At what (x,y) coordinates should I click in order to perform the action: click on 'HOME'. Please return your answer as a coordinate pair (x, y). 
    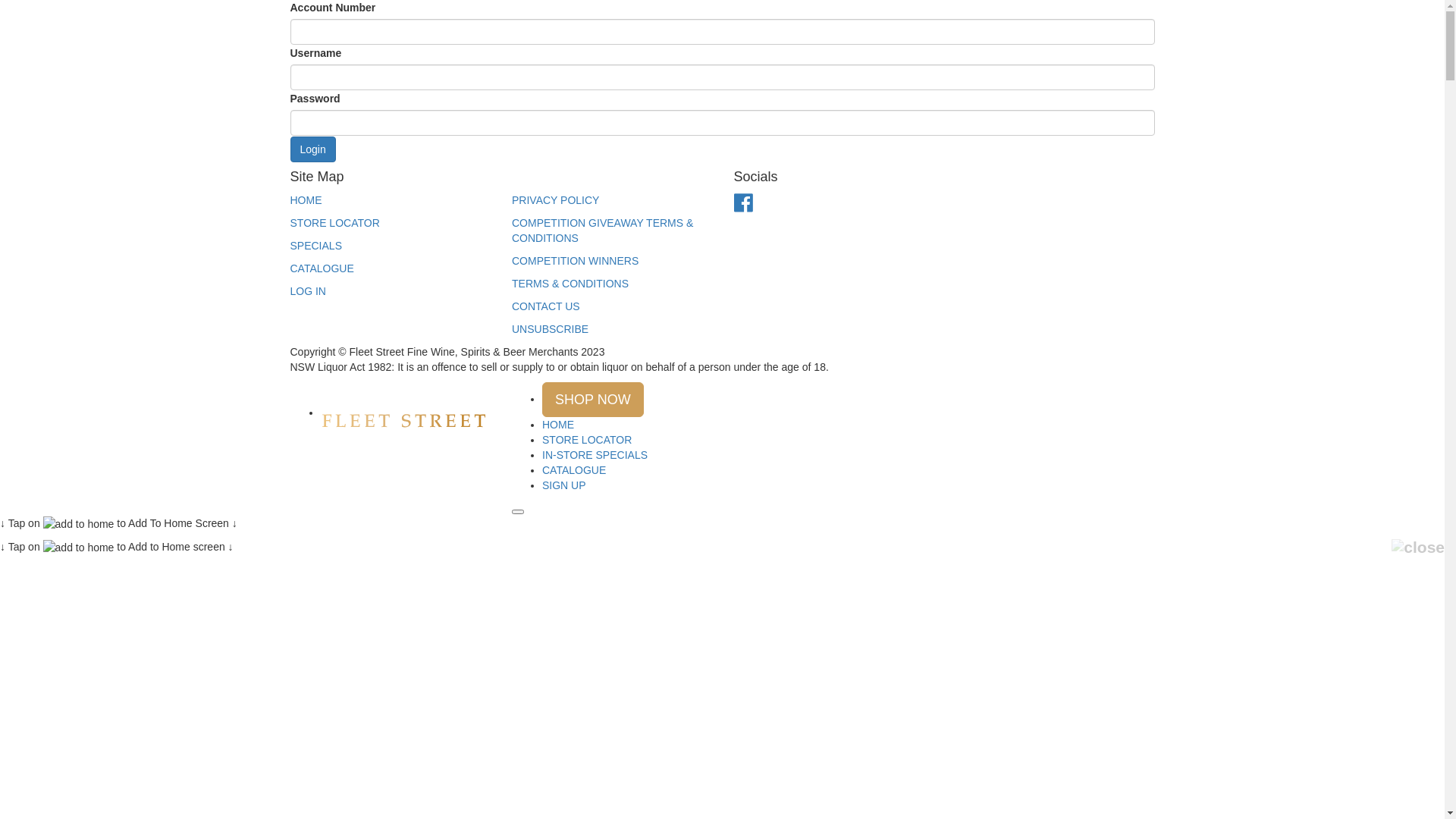
    Looking at the image, I should click on (557, 424).